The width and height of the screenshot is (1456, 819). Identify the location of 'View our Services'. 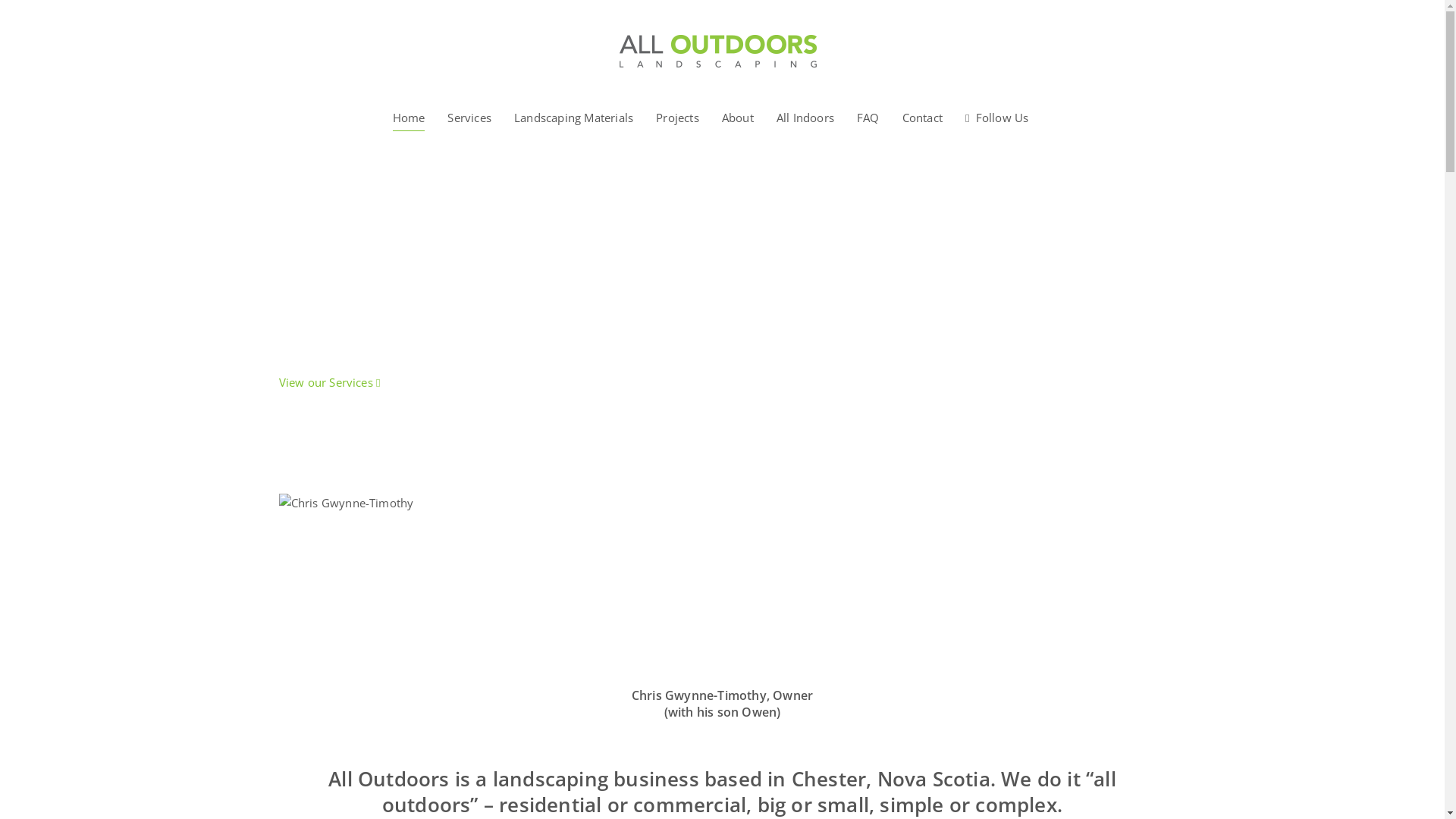
(329, 381).